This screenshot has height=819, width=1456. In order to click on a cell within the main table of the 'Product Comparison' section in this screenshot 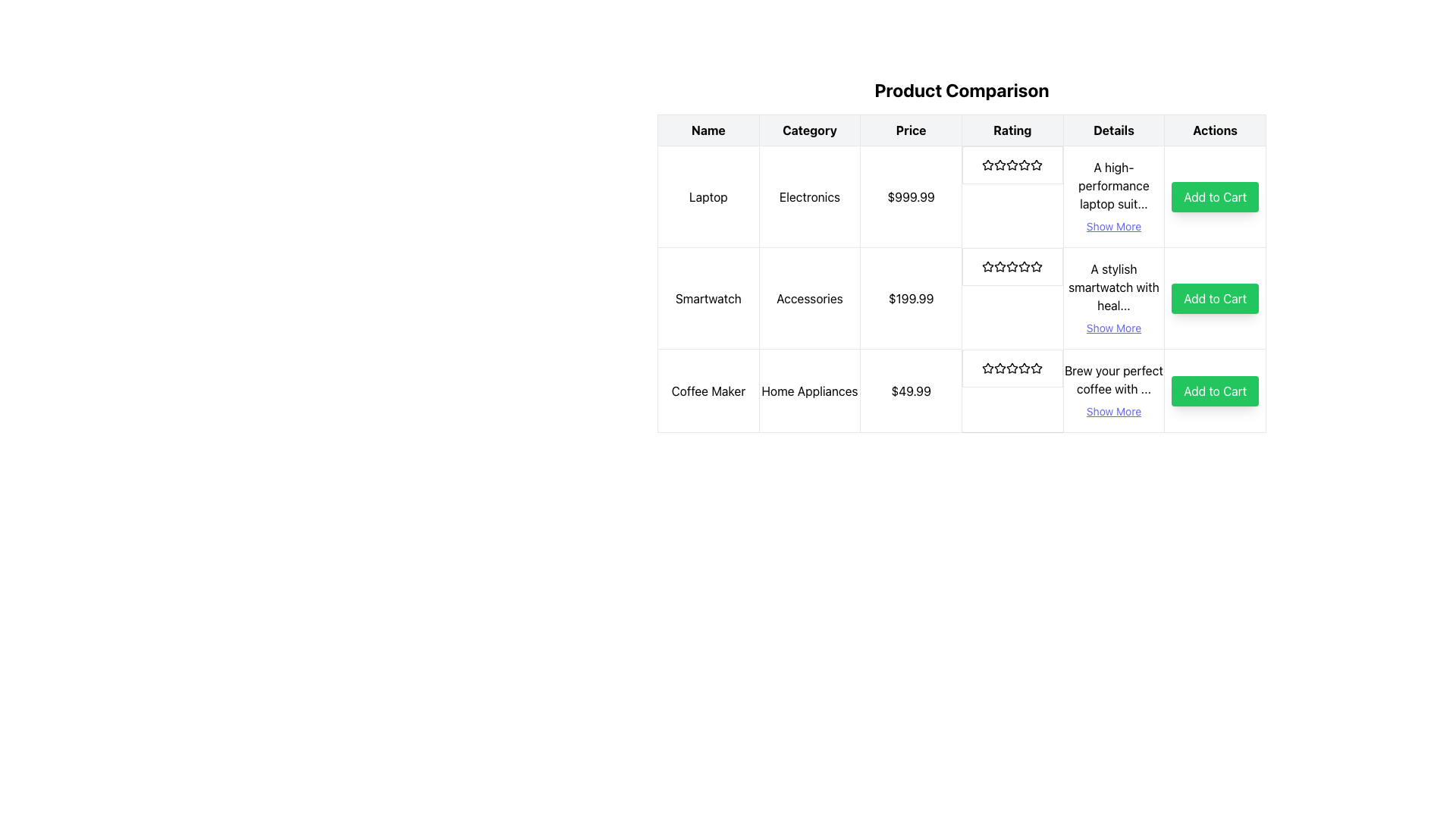, I will do `click(961, 274)`.